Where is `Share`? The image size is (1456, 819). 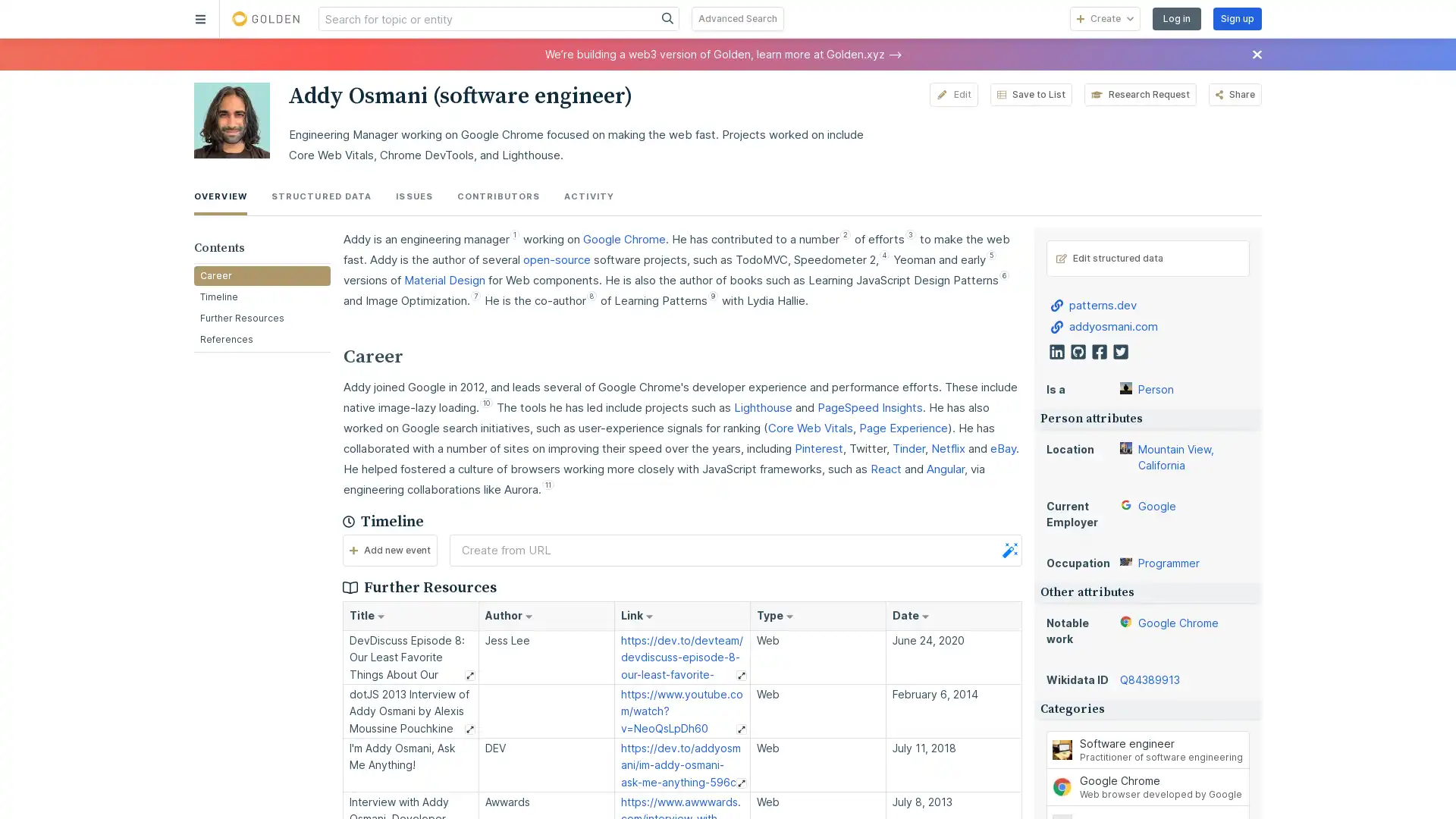
Share is located at coordinates (1235, 94).